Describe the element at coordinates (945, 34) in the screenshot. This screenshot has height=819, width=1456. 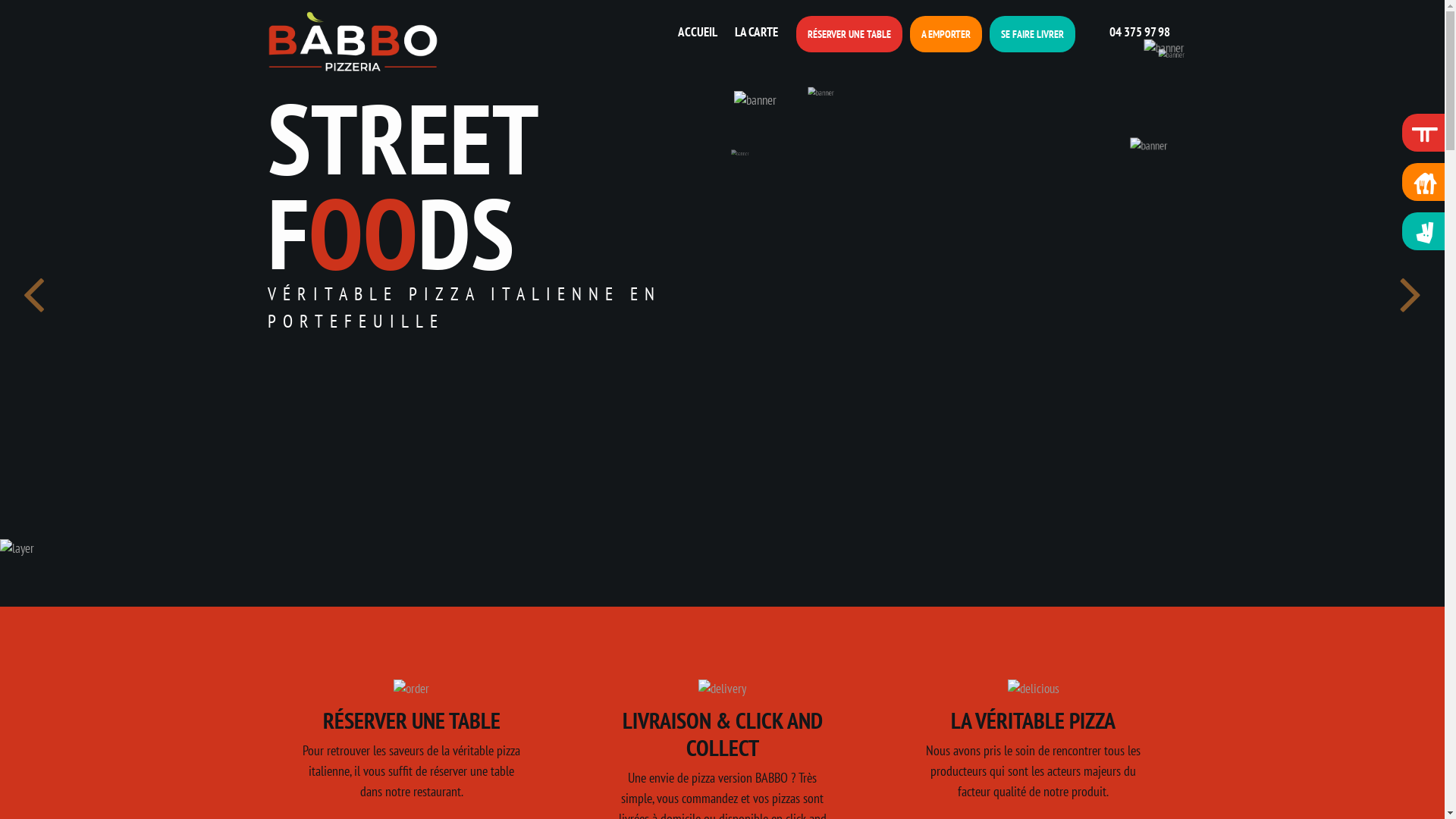
I see `'A EMPORTER'` at that location.